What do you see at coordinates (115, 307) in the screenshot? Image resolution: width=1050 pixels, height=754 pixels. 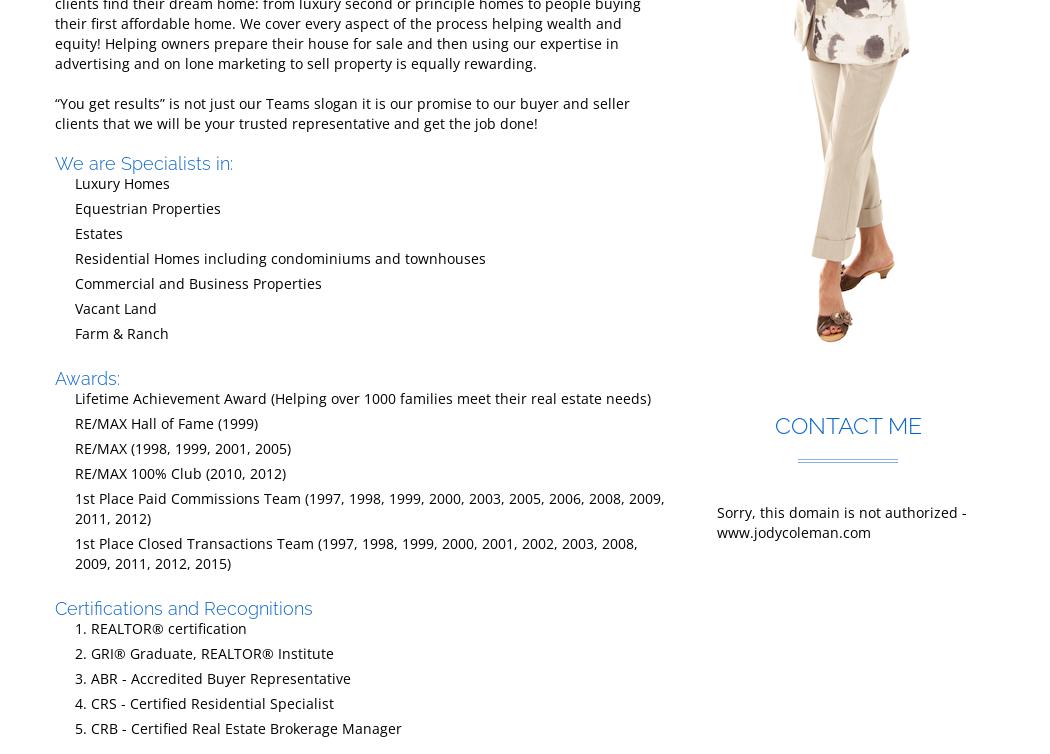 I see `'Vacant Land'` at bounding box center [115, 307].